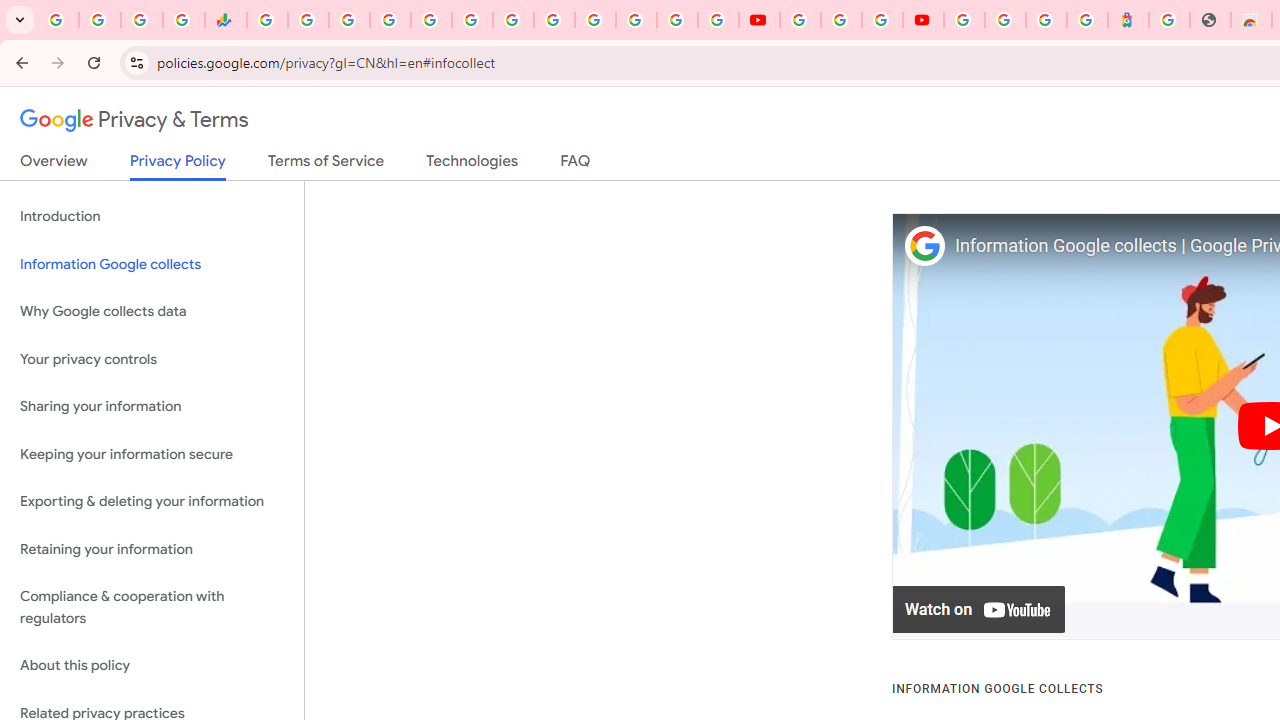  Describe the element at coordinates (922, 20) in the screenshot. I see `'Content Creator Programs & Opportunities - YouTube Creators'` at that location.